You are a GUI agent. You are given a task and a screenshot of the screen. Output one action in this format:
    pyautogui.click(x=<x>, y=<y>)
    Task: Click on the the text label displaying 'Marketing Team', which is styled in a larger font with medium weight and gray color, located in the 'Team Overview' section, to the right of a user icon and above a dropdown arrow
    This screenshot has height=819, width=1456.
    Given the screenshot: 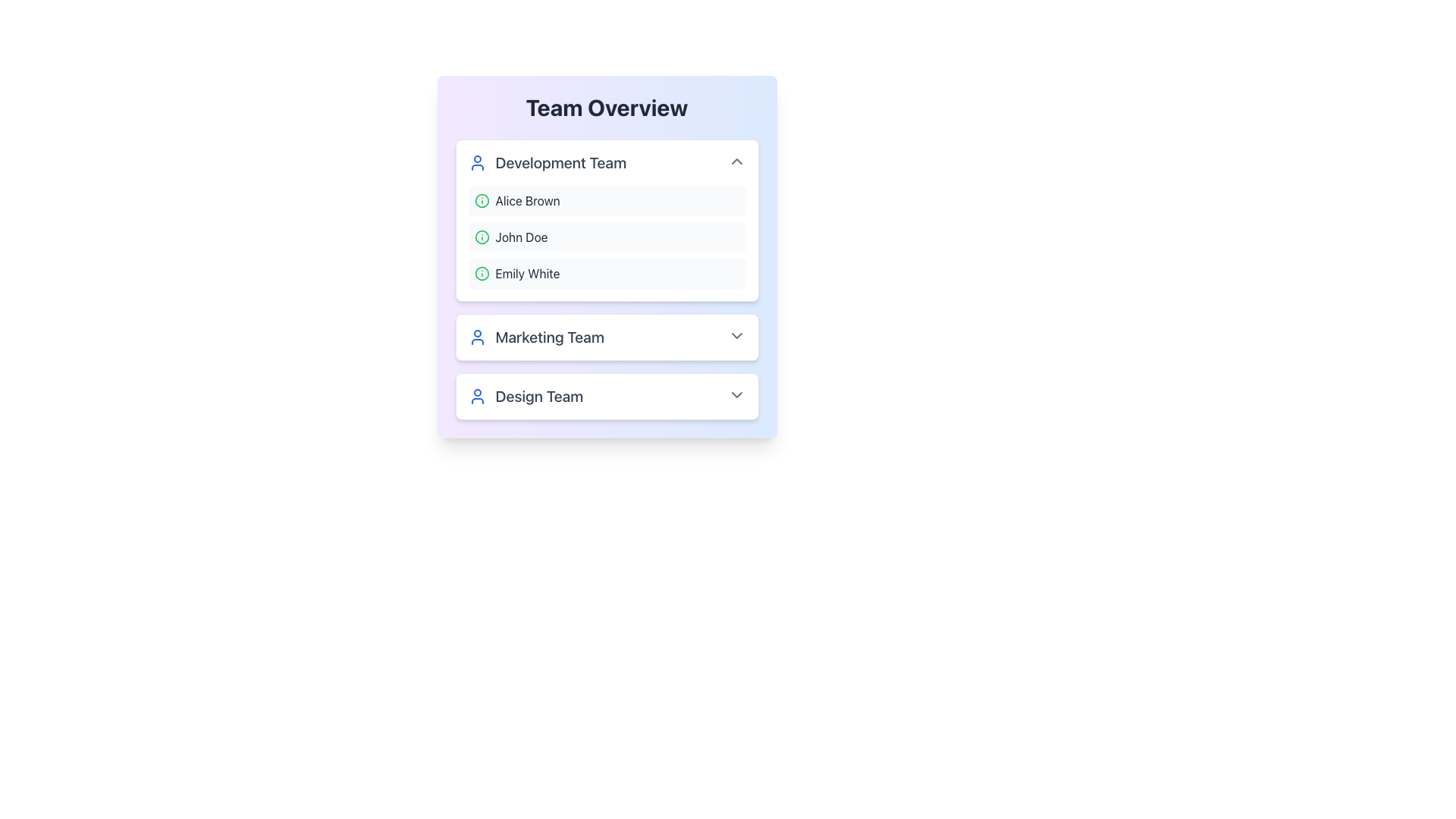 What is the action you would take?
    pyautogui.click(x=549, y=336)
    